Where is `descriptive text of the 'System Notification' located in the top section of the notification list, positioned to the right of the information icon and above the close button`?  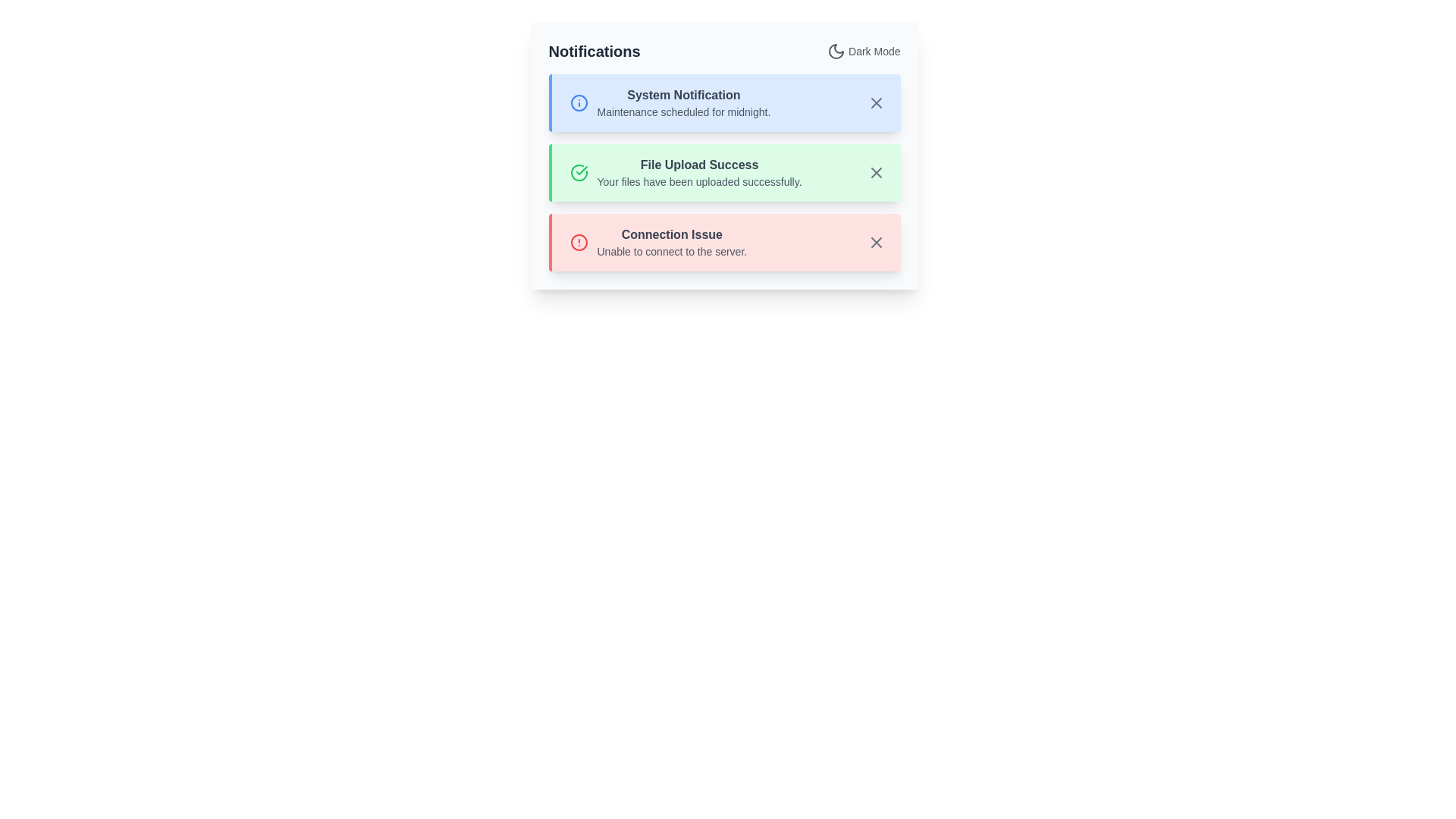
descriptive text of the 'System Notification' located in the top section of the notification list, positioned to the right of the information icon and above the close button is located at coordinates (682, 102).